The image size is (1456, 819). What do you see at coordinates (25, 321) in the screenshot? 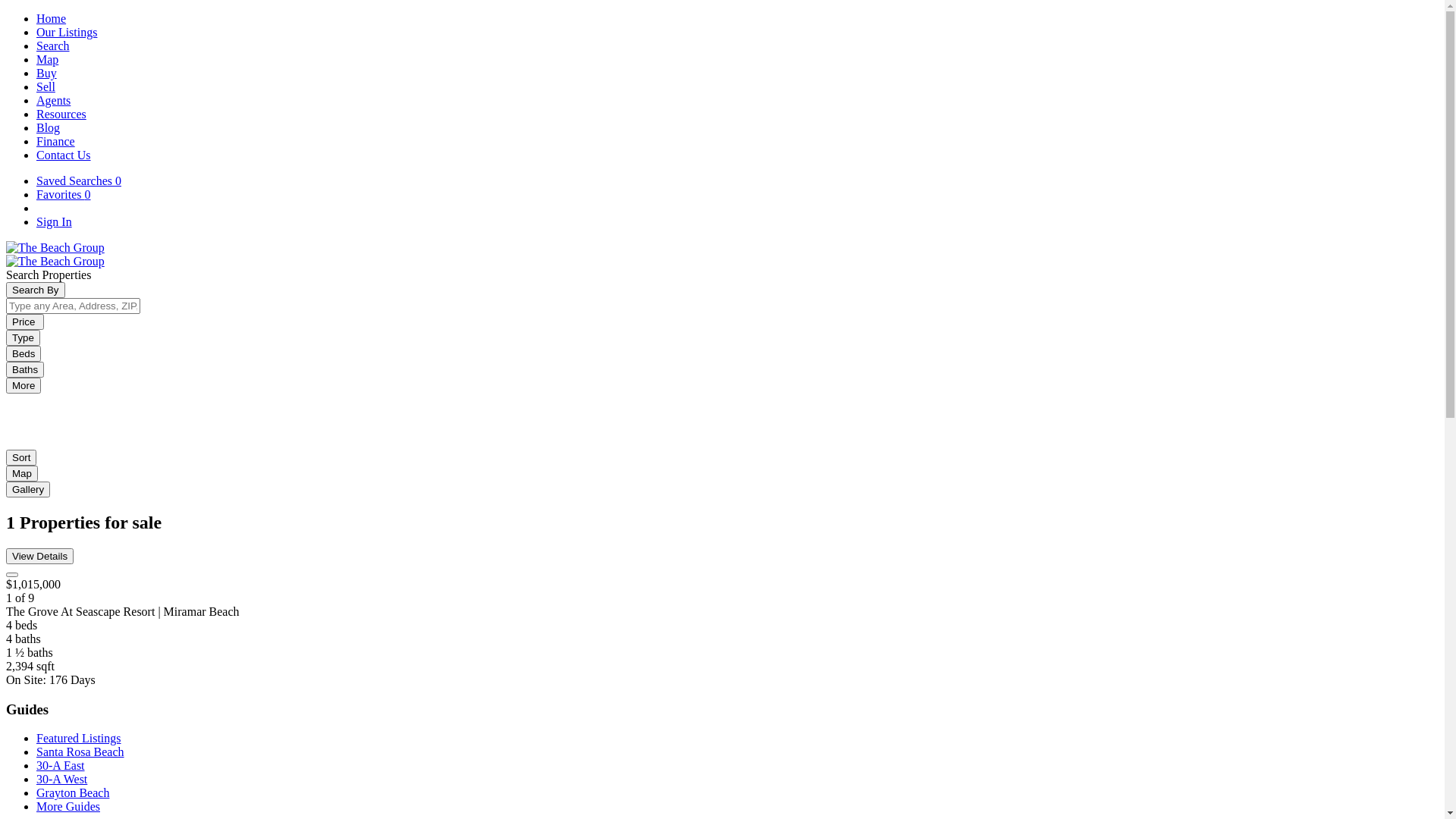
I see `'Price '` at bounding box center [25, 321].